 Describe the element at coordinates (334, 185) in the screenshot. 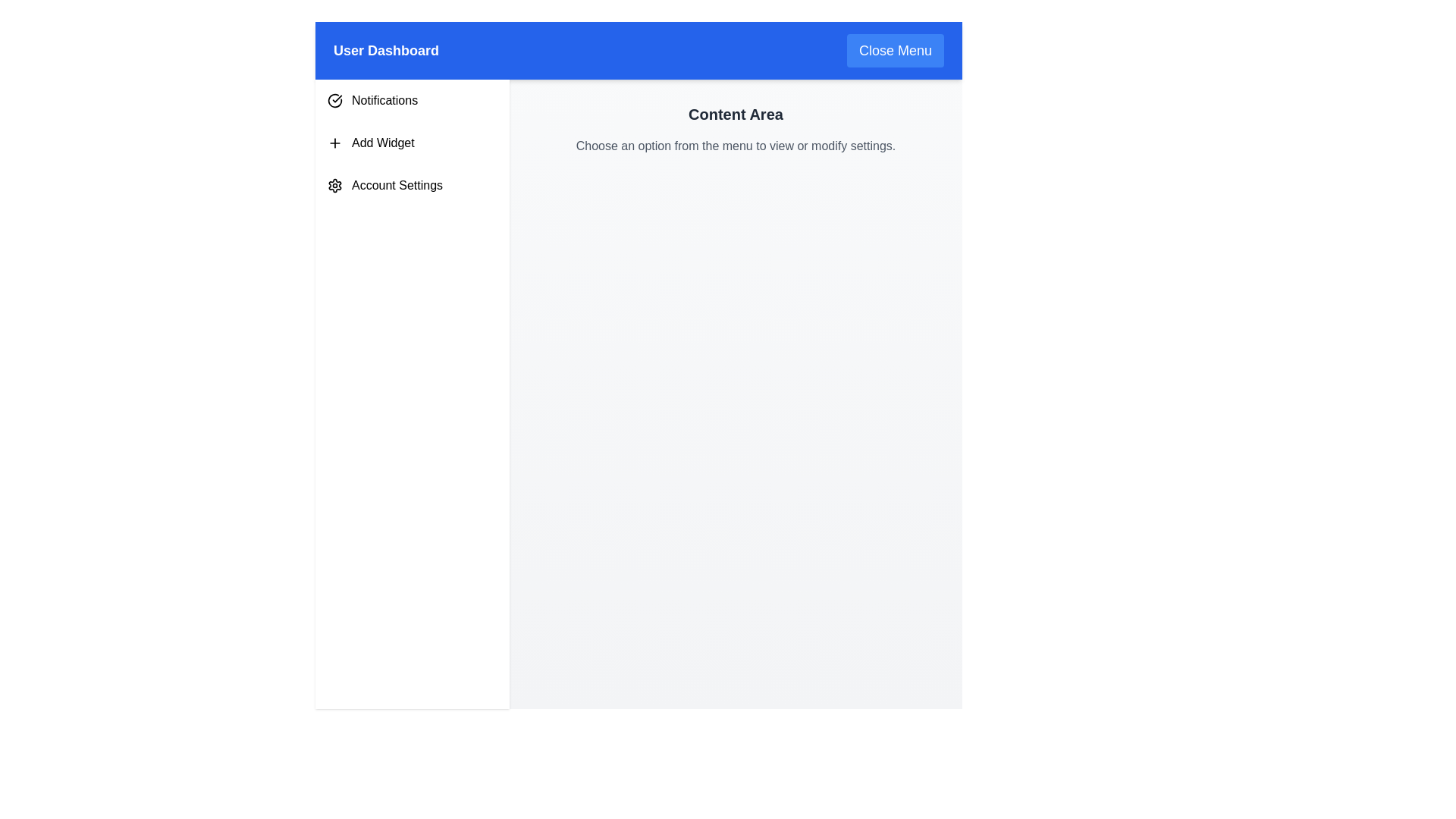

I see `the settings icon, which is a circular cogwheel shape outlined in black, located to the left of the 'Account Settings' label in the sidebar` at that location.